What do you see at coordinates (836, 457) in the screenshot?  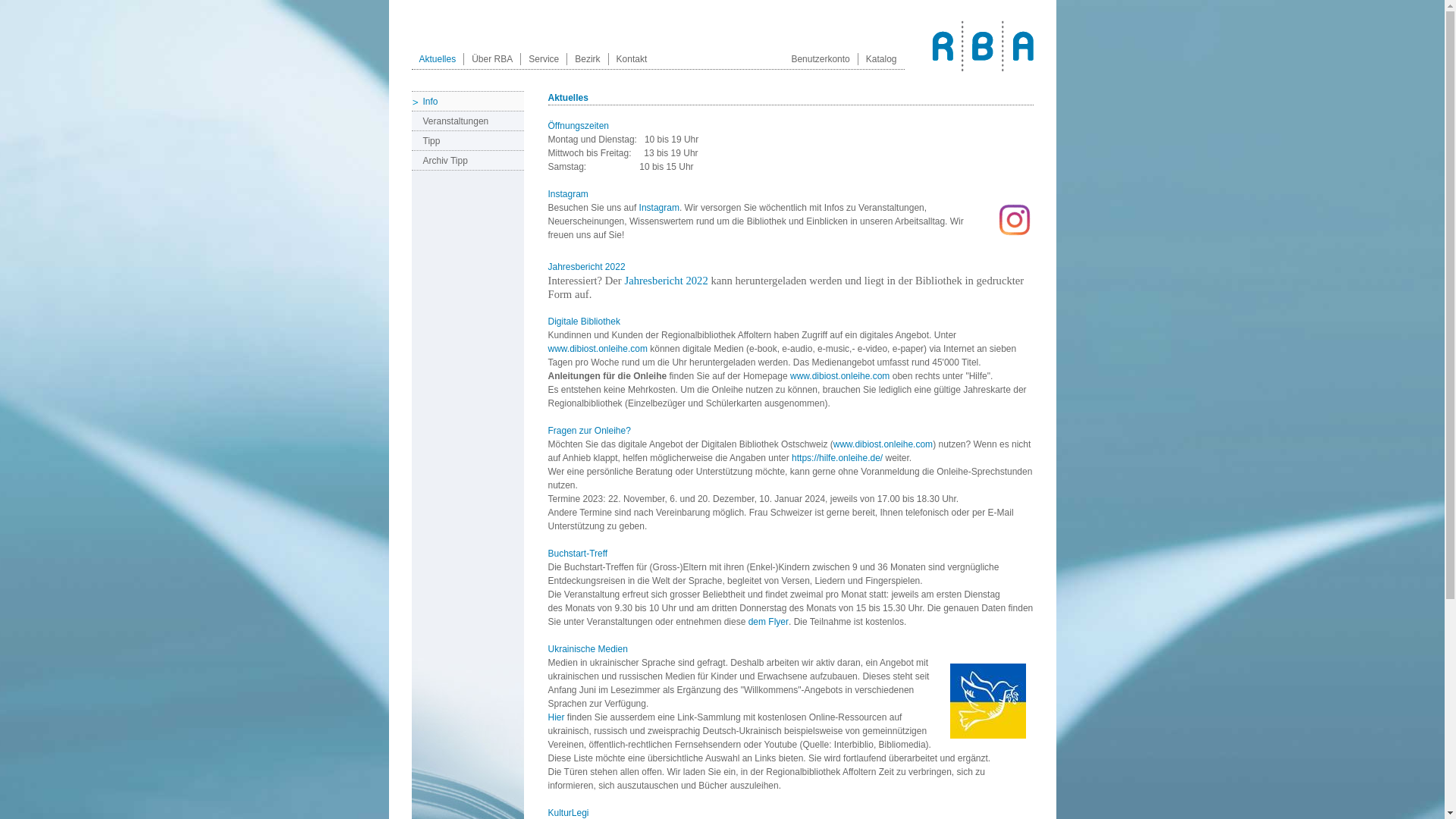 I see `'https://hilfe.onleihe.de/'` at bounding box center [836, 457].